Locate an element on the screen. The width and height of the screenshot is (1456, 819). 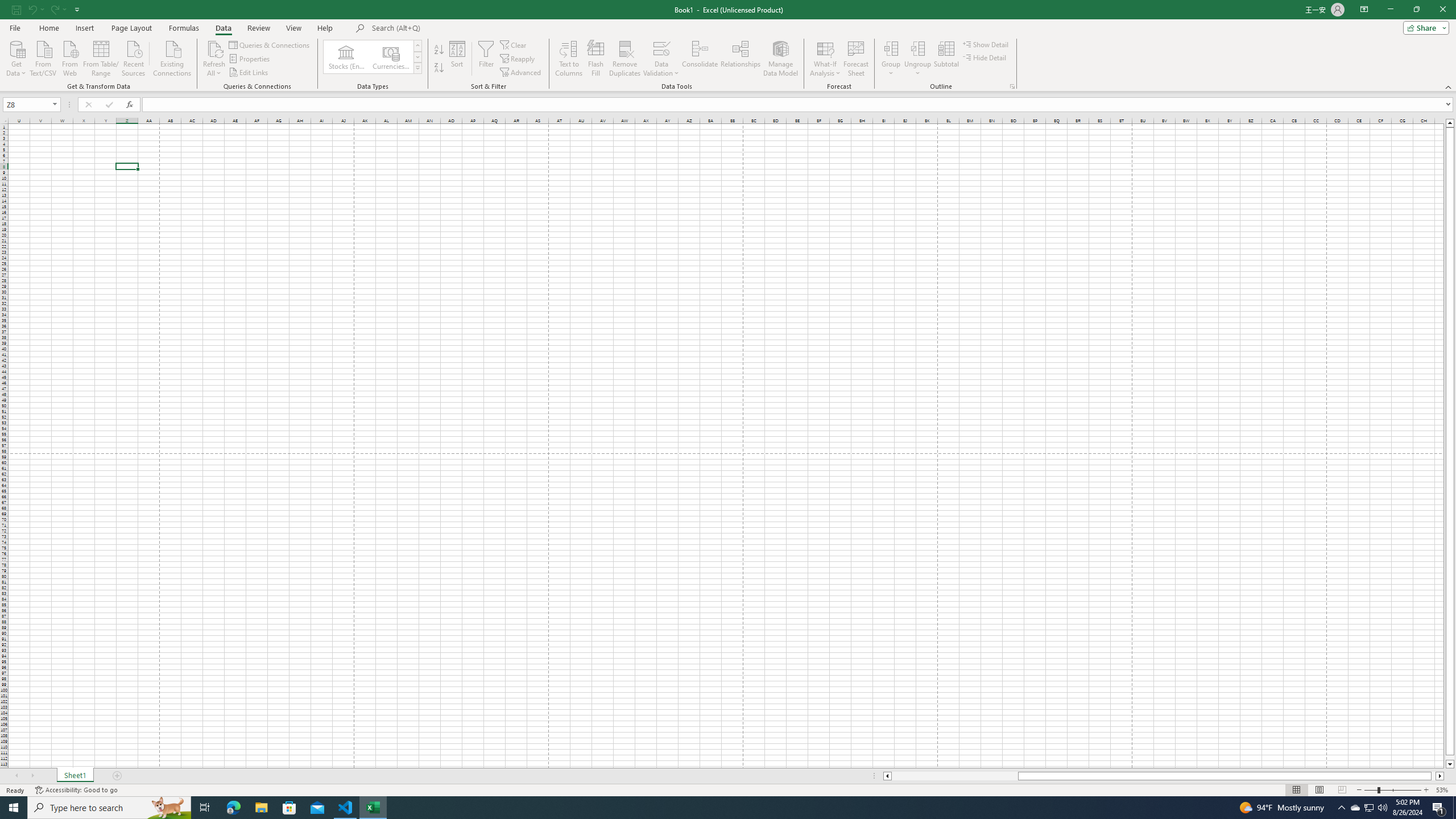
'Subtotal' is located at coordinates (946, 59).